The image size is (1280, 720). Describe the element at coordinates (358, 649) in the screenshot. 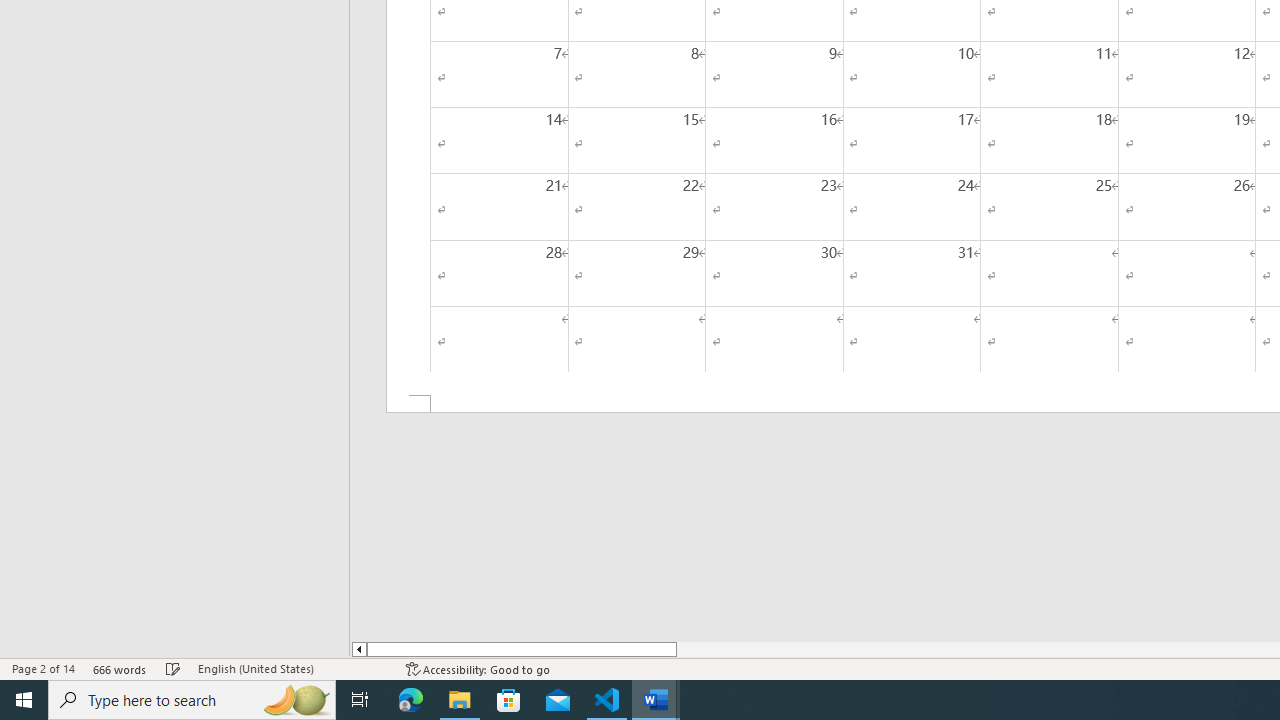

I see `'Column left'` at that location.